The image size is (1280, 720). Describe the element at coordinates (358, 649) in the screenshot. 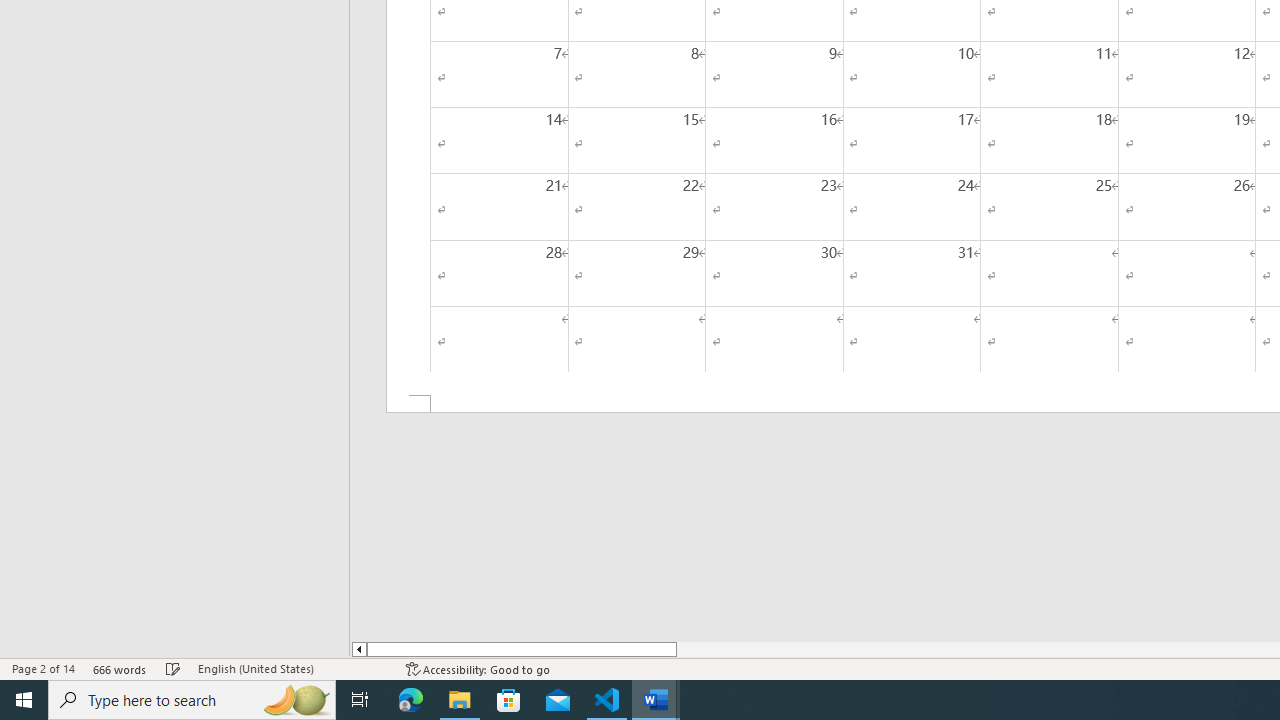

I see `'Column left'` at that location.